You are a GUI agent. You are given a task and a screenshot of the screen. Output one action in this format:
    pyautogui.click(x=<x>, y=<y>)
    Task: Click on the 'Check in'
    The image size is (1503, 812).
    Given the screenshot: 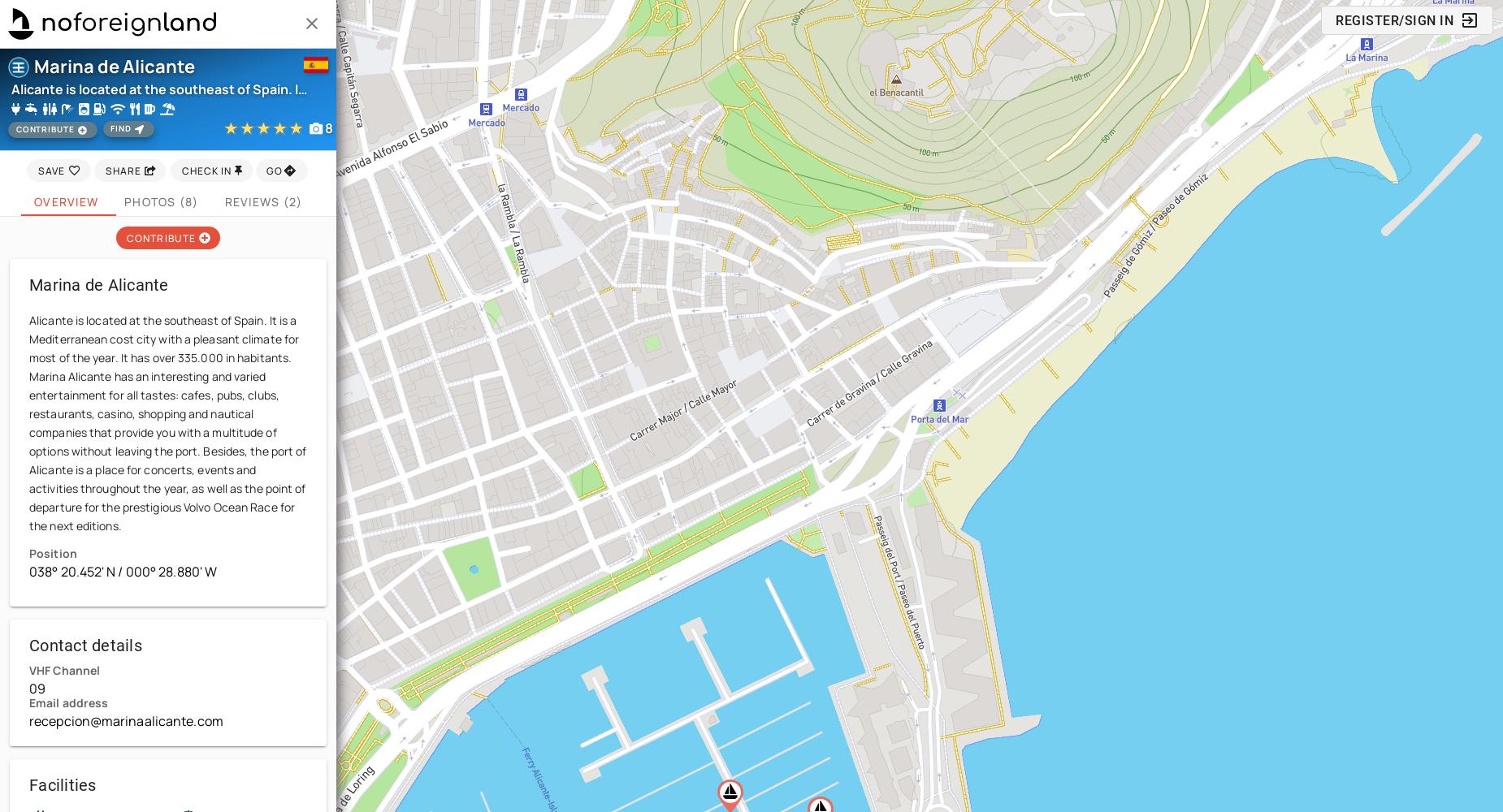 What is the action you would take?
    pyautogui.click(x=206, y=169)
    